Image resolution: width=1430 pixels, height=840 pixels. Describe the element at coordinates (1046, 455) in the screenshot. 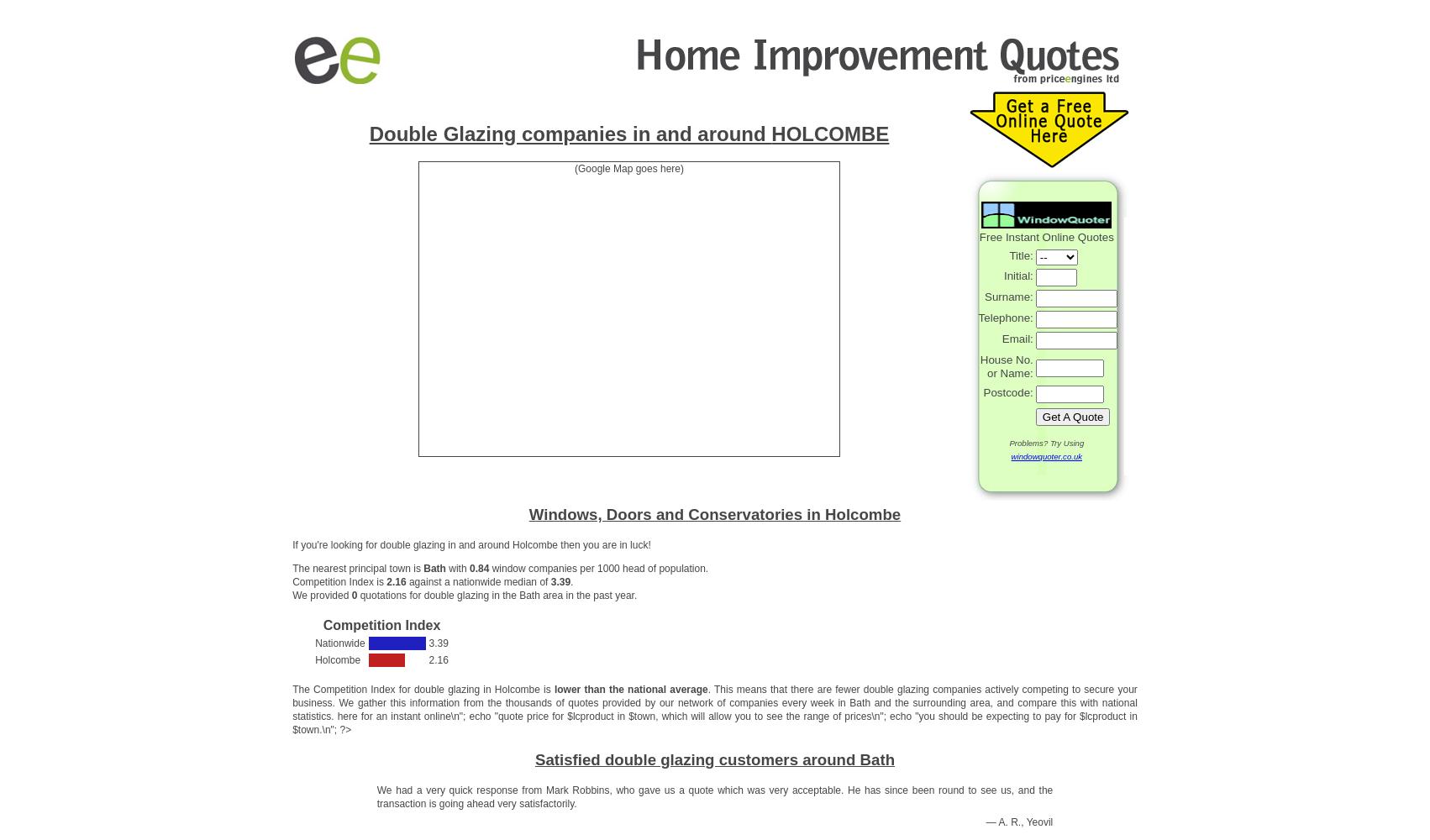

I see `'windowquoter.co.uk'` at that location.